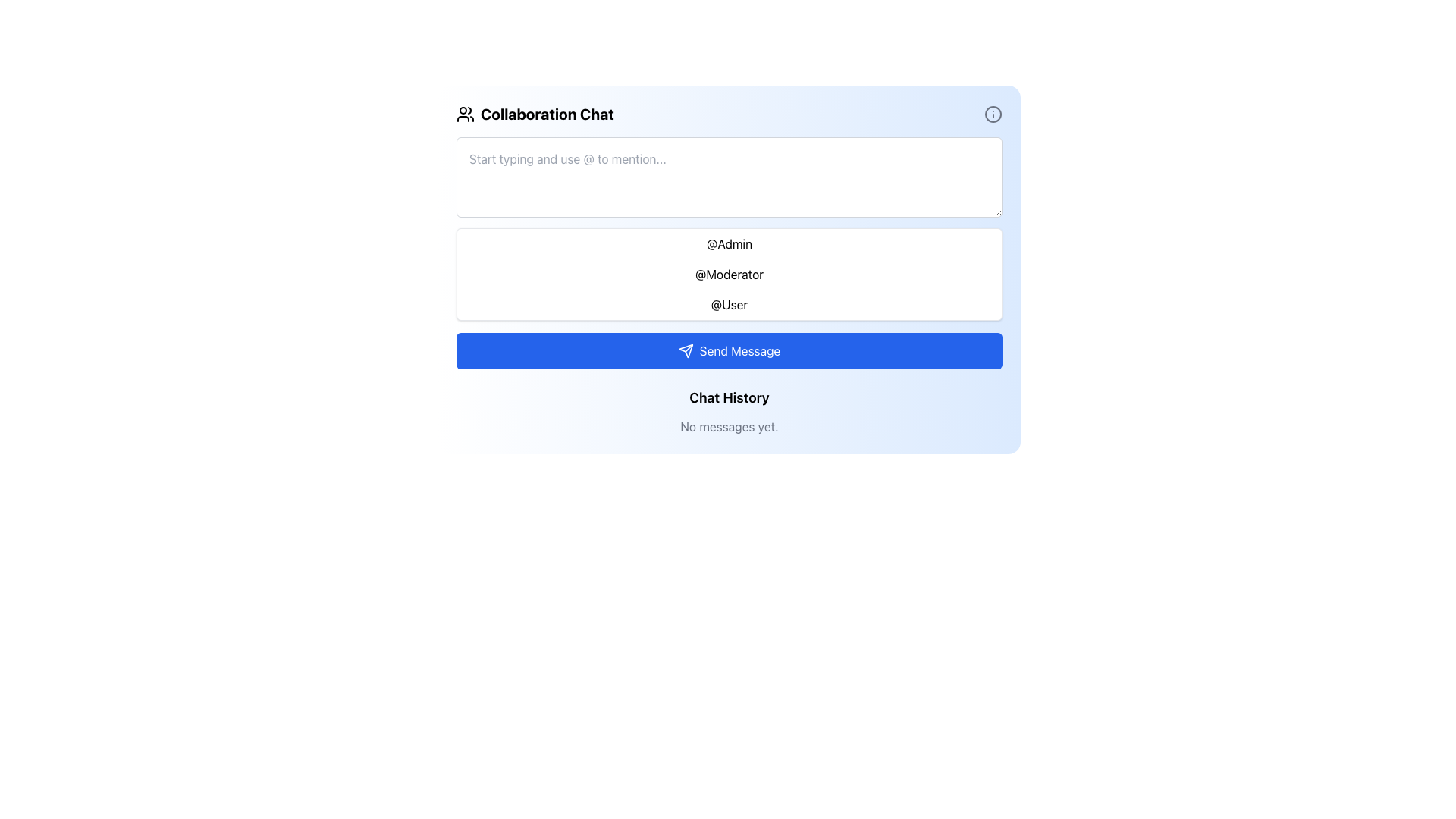 The image size is (1456, 819). I want to click on the group of people icon located in the top-left corner of the header bar of the 'Collaboration Chat' section, so click(465, 113).